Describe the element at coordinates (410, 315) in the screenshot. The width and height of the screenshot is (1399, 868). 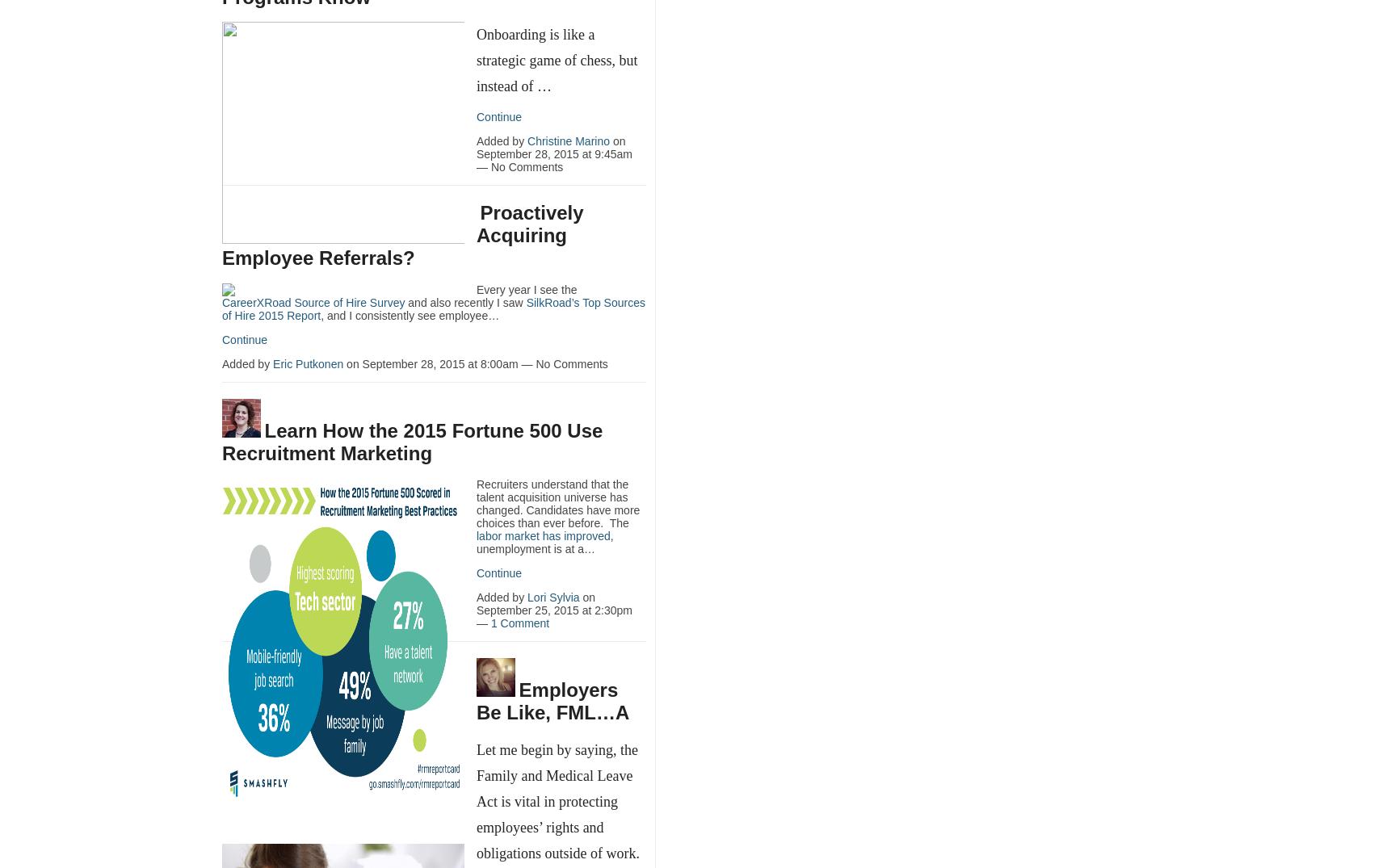
I see `', and I consistently see employee…'` at that location.